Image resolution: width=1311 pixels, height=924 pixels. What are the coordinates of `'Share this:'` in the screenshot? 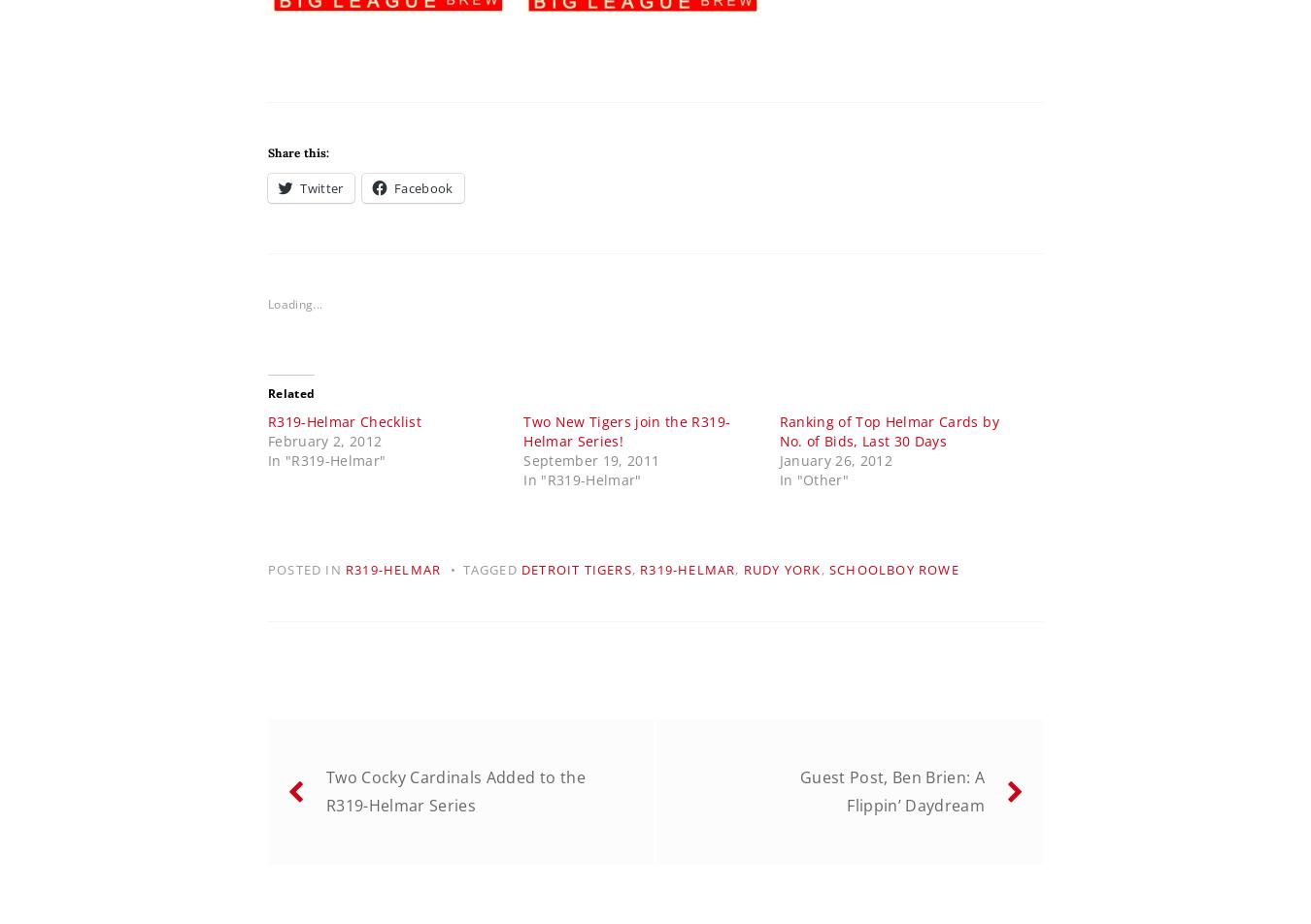 It's located at (297, 152).